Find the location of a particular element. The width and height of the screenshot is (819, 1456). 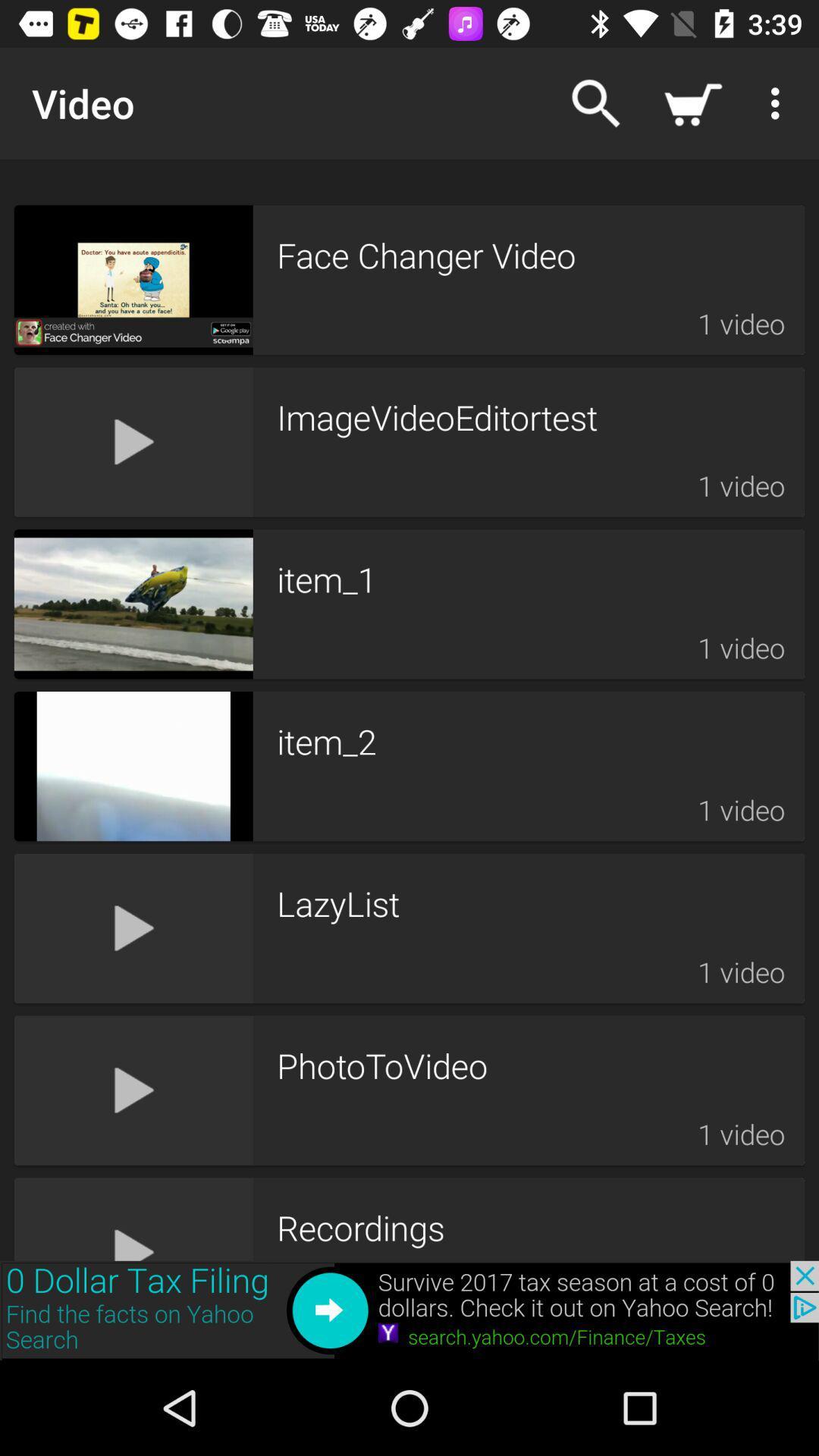

back is located at coordinates (409, 1310).